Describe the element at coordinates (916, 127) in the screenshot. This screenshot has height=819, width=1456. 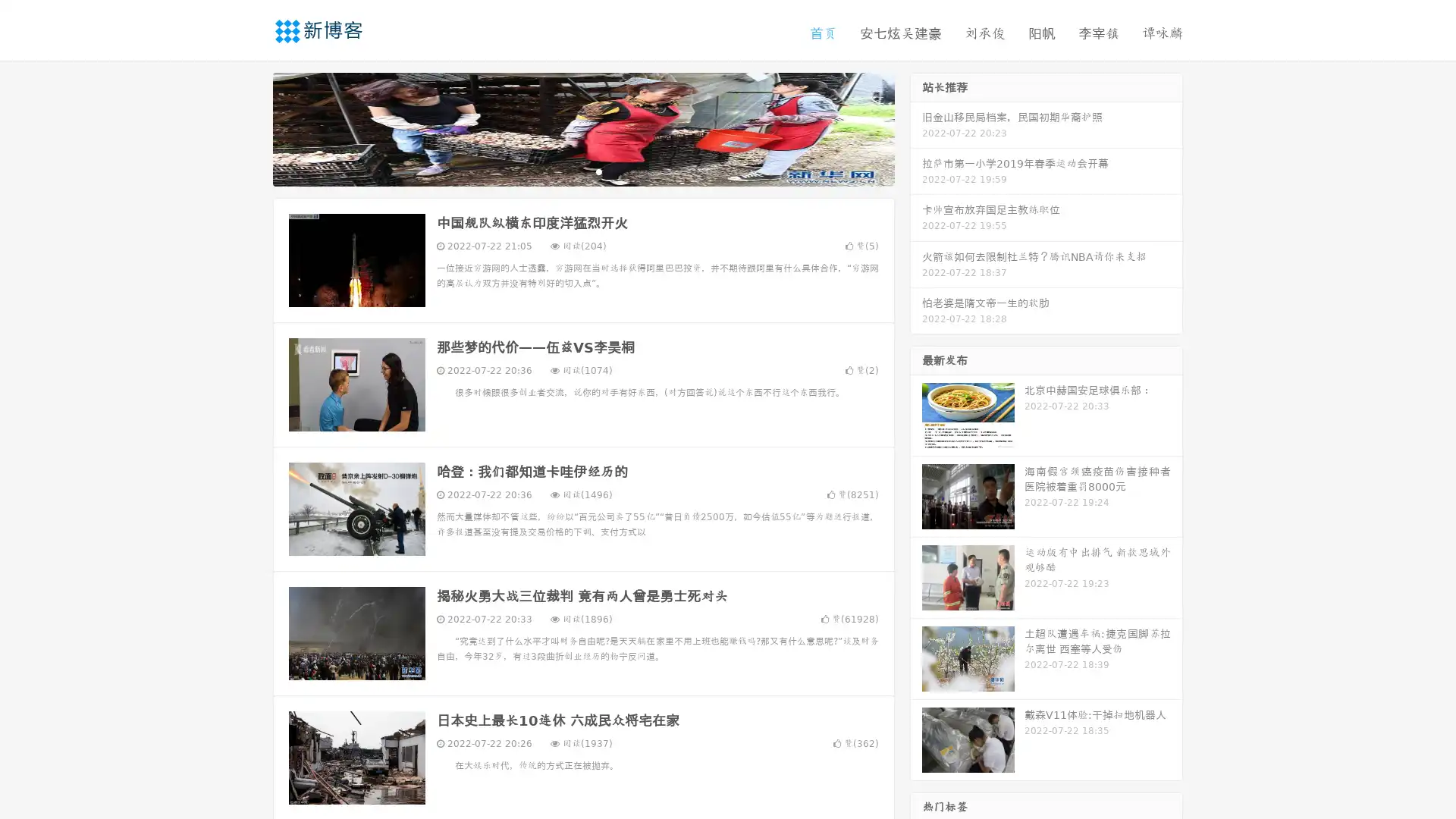
I see `Next slide` at that location.